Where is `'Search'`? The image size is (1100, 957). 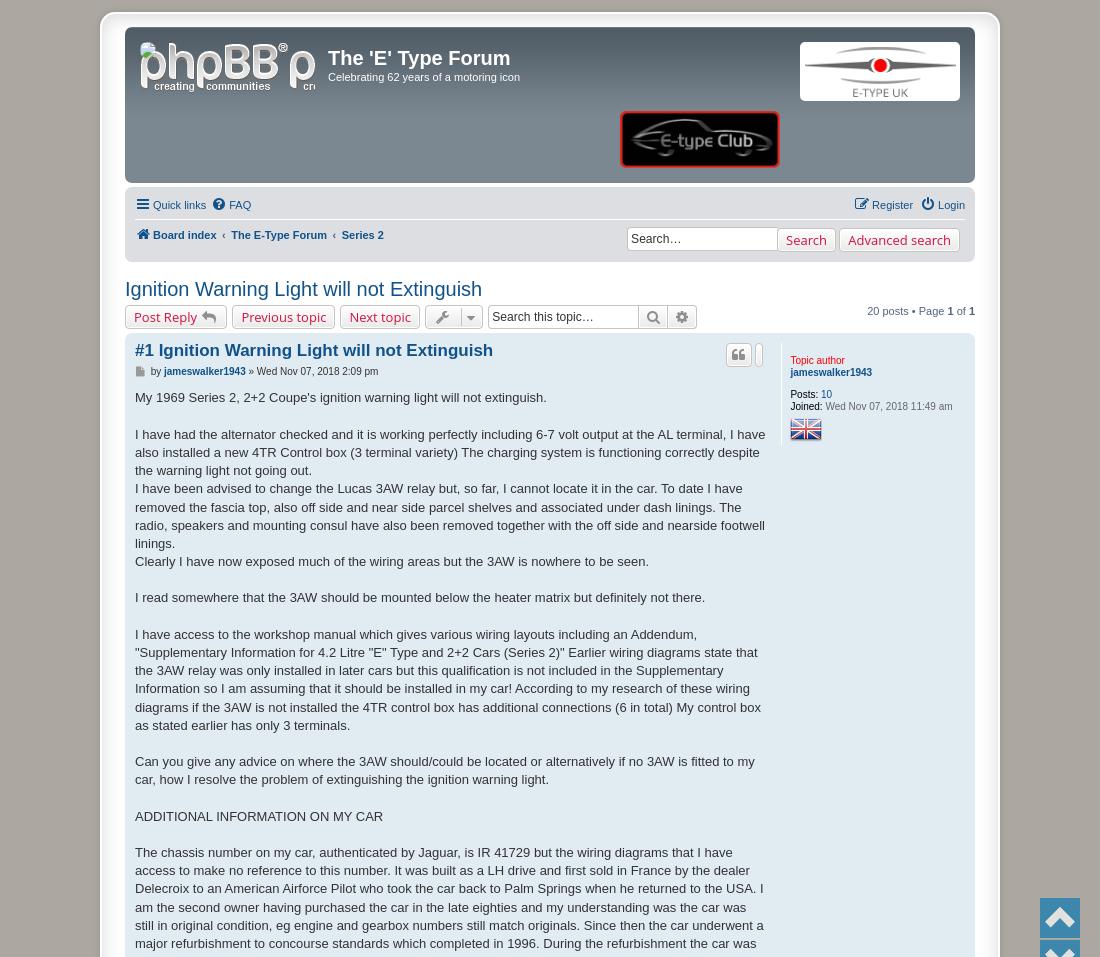
'Search' is located at coordinates (805, 237).